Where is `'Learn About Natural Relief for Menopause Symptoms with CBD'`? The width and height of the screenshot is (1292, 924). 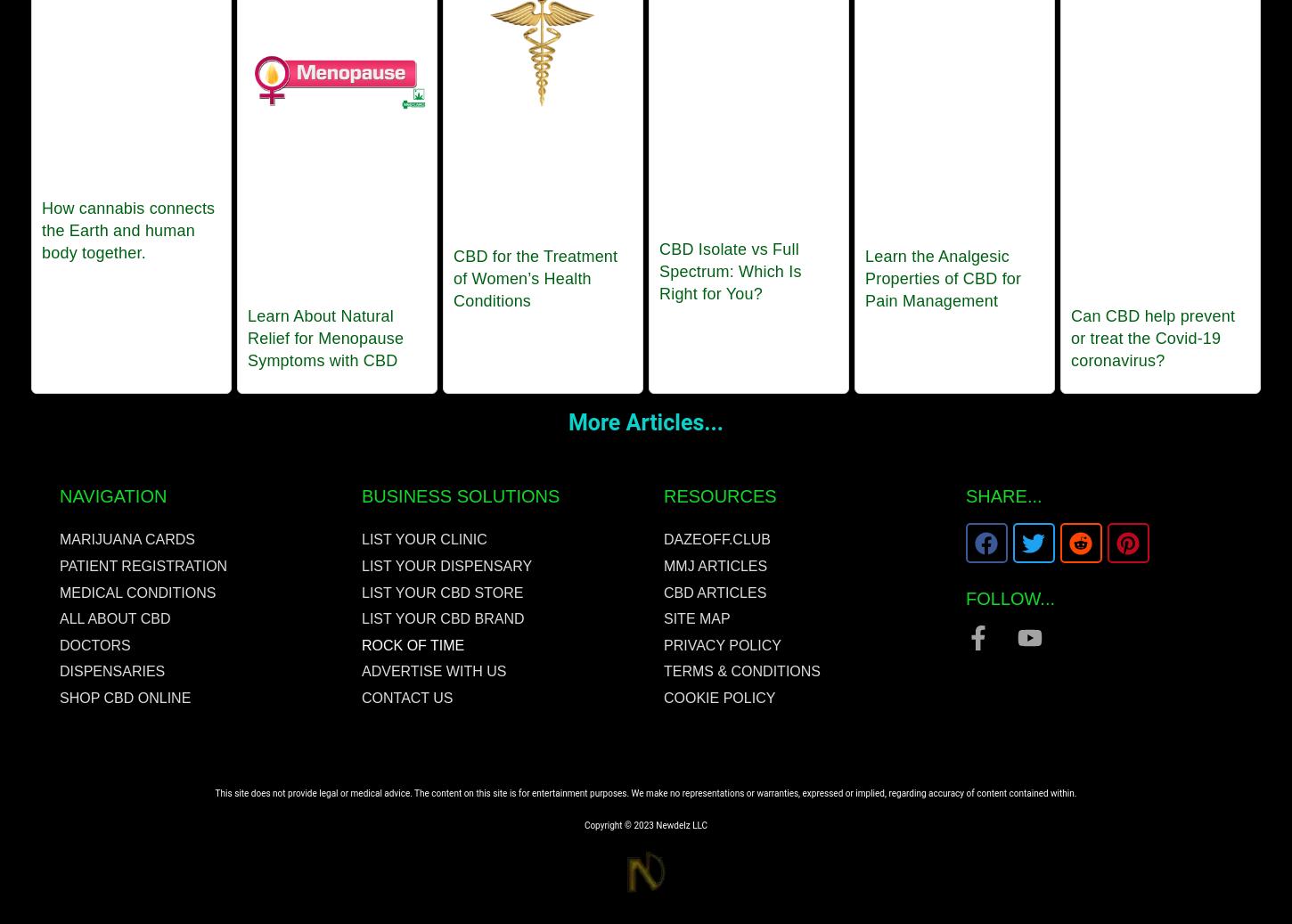 'Learn About Natural Relief for Menopause Symptoms with CBD' is located at coordinates (324, 337).